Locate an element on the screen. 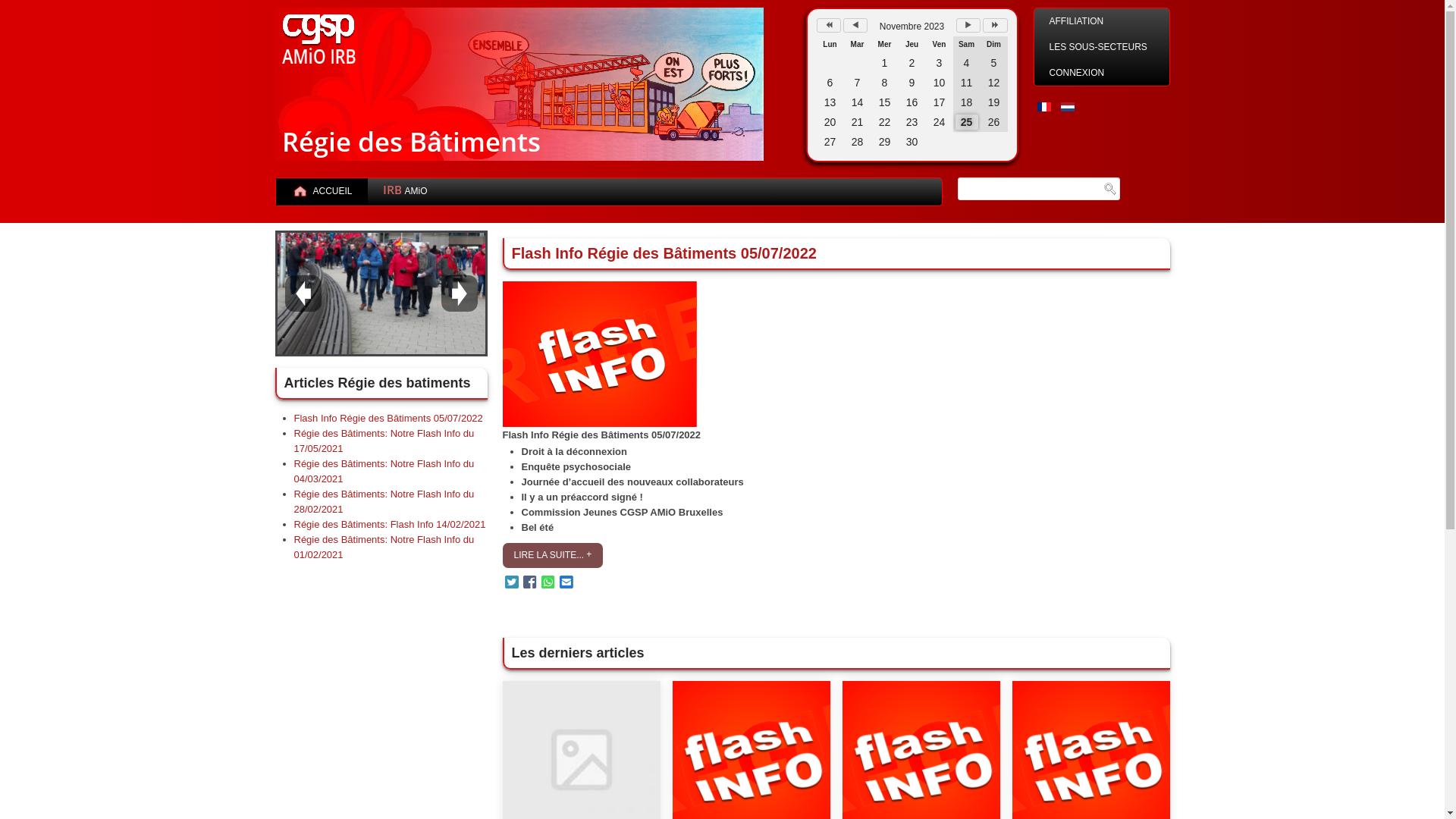 The width and height of the screenshot is (1456, 819). 'AFFILIATION' is located at coordinates (1102, 20).